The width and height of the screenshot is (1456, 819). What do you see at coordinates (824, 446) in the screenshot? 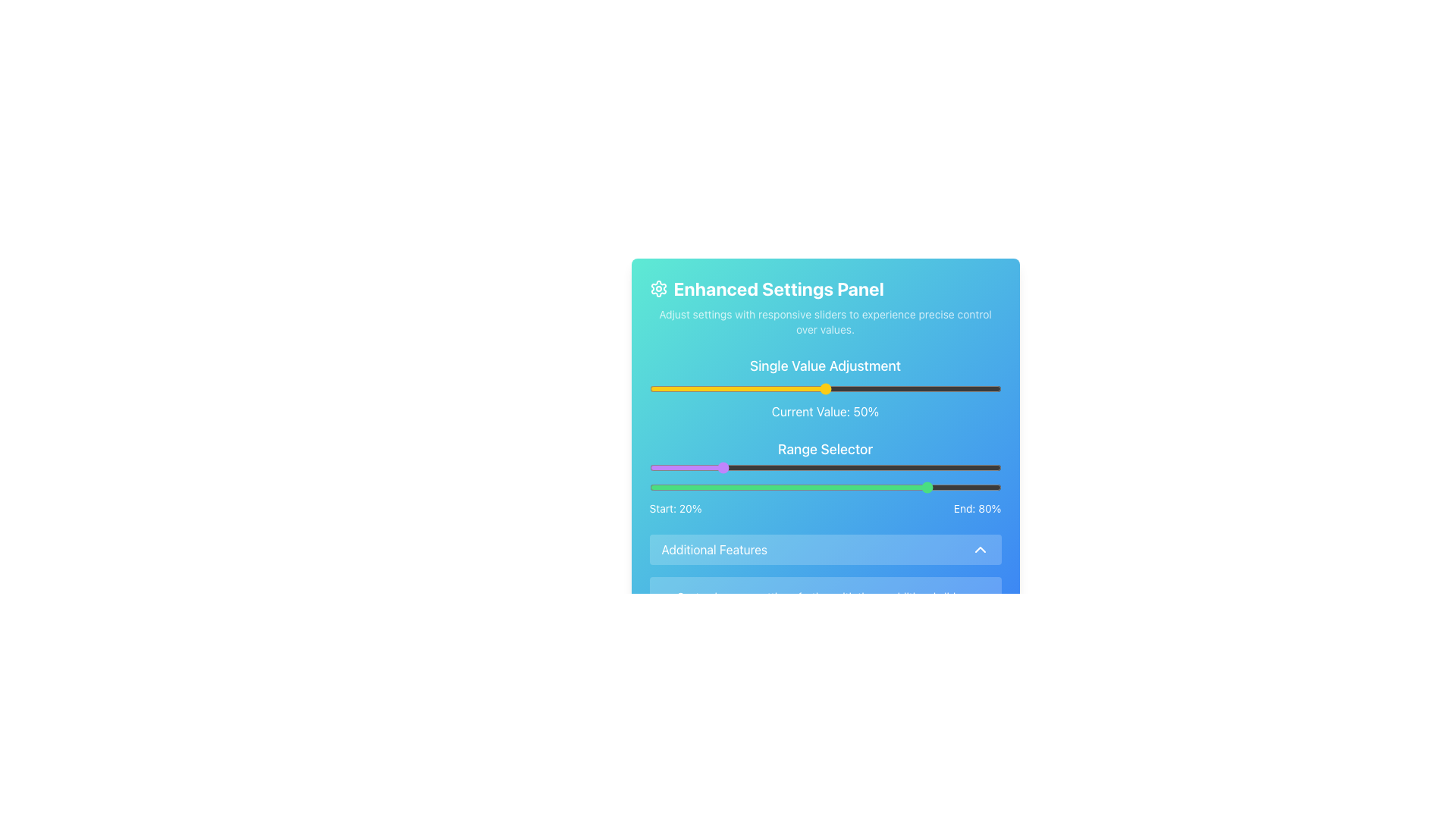
I see `the 'Enhanced Settings Panel' which features a gradient background and contains interactive sliders for adjusting settings` at bounding box center [824, 446].